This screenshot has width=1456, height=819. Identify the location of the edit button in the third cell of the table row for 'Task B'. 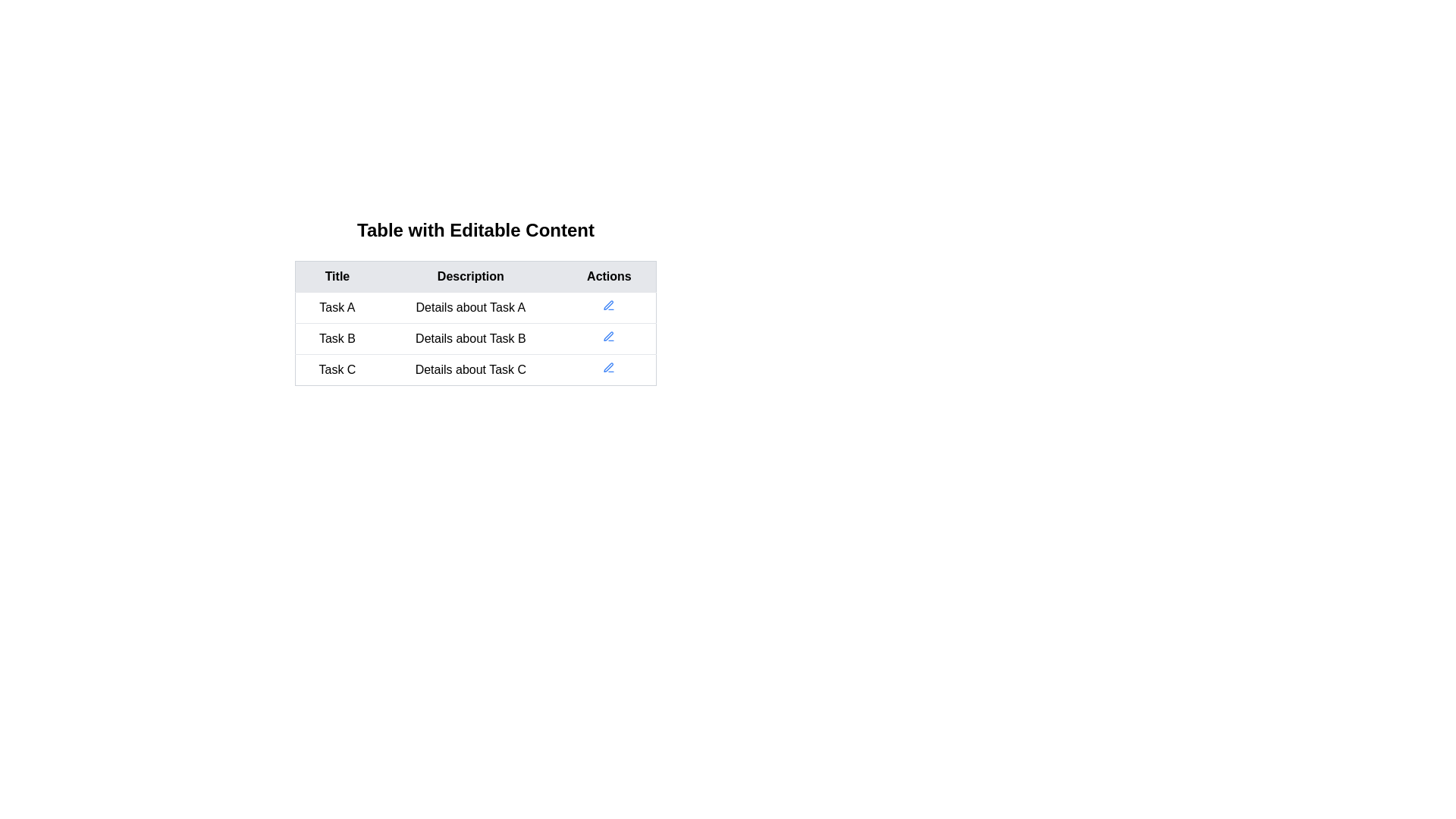
(609, 338).